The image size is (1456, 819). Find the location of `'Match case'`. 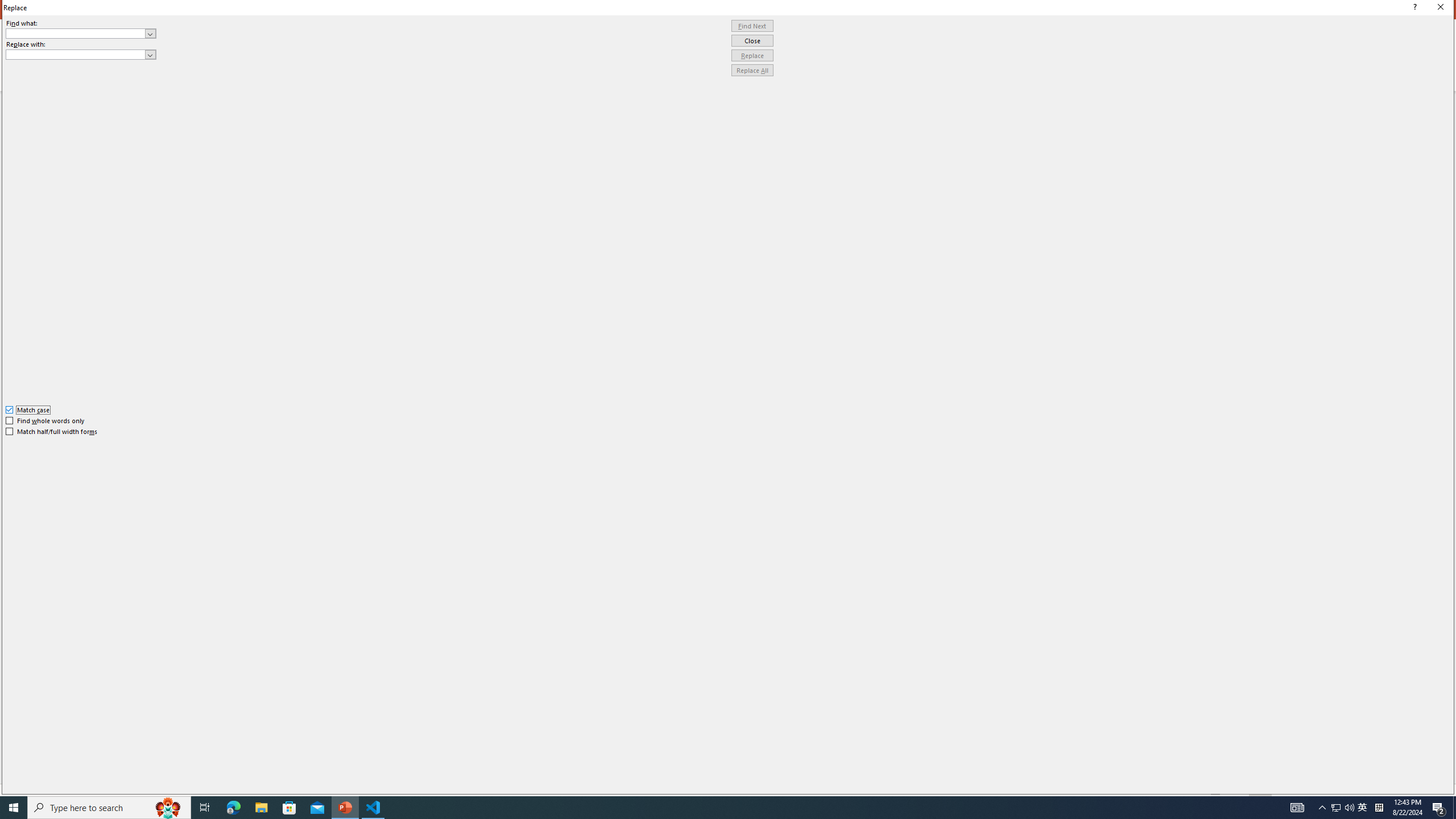

'Match case' is located at coordinates (27, 409).